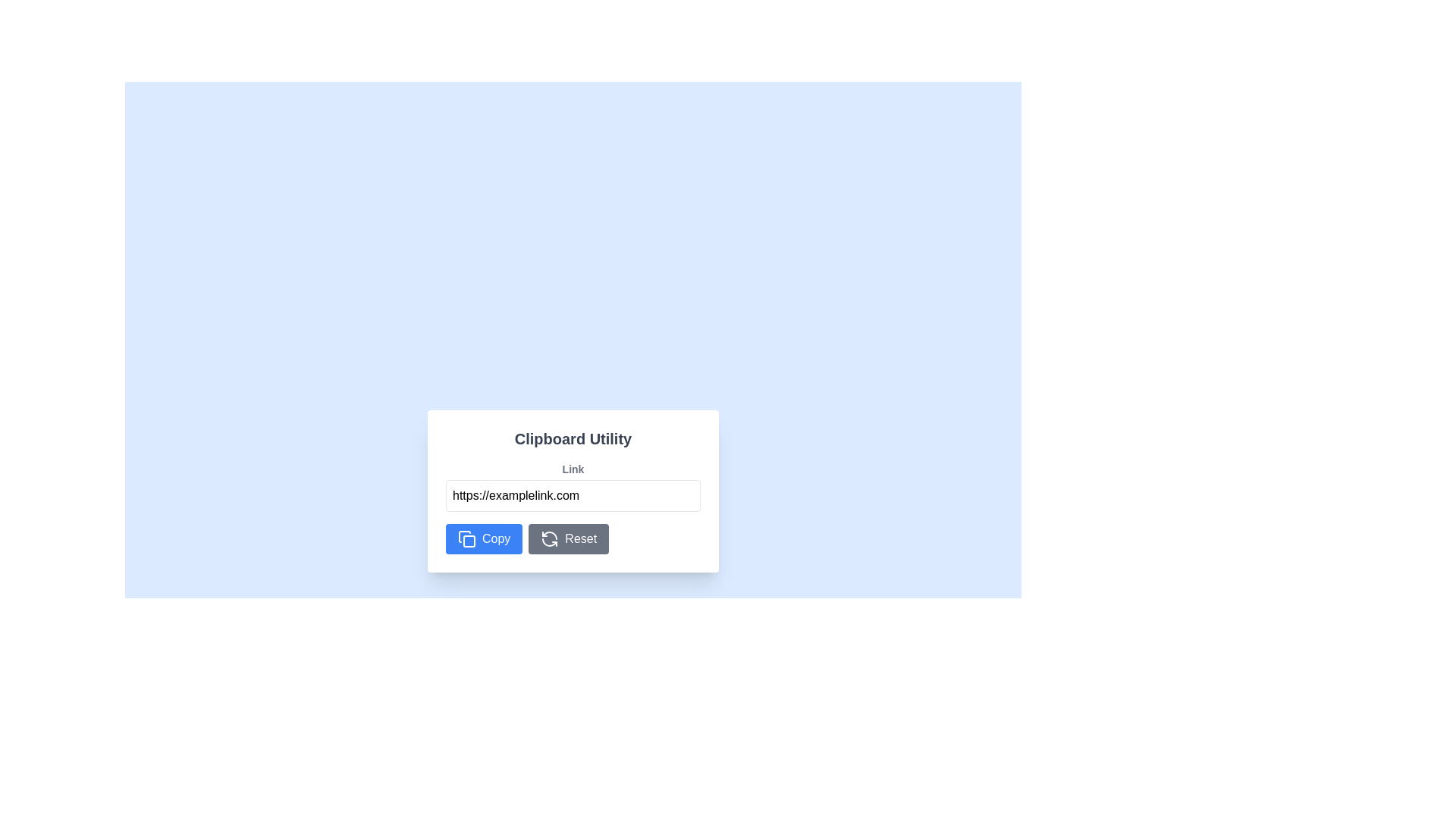 The height and width of the screenshot is (819, 1456). I want to click on the text label indicating the copy action, which is positioned to the right of the icon within the button, so click(496, 538).